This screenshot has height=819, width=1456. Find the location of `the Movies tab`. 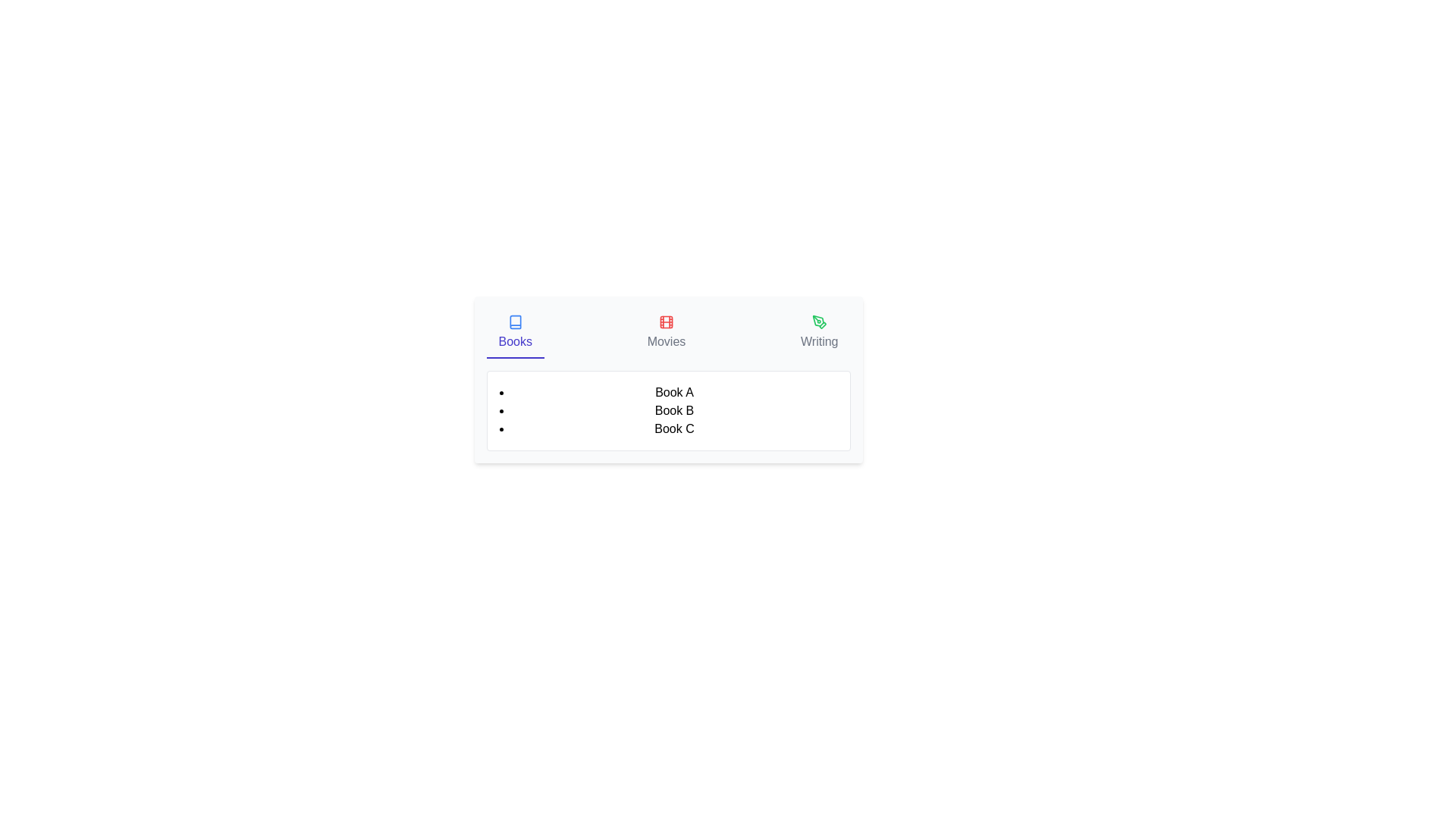

the Movies tab is located at coordinates (666, 332).